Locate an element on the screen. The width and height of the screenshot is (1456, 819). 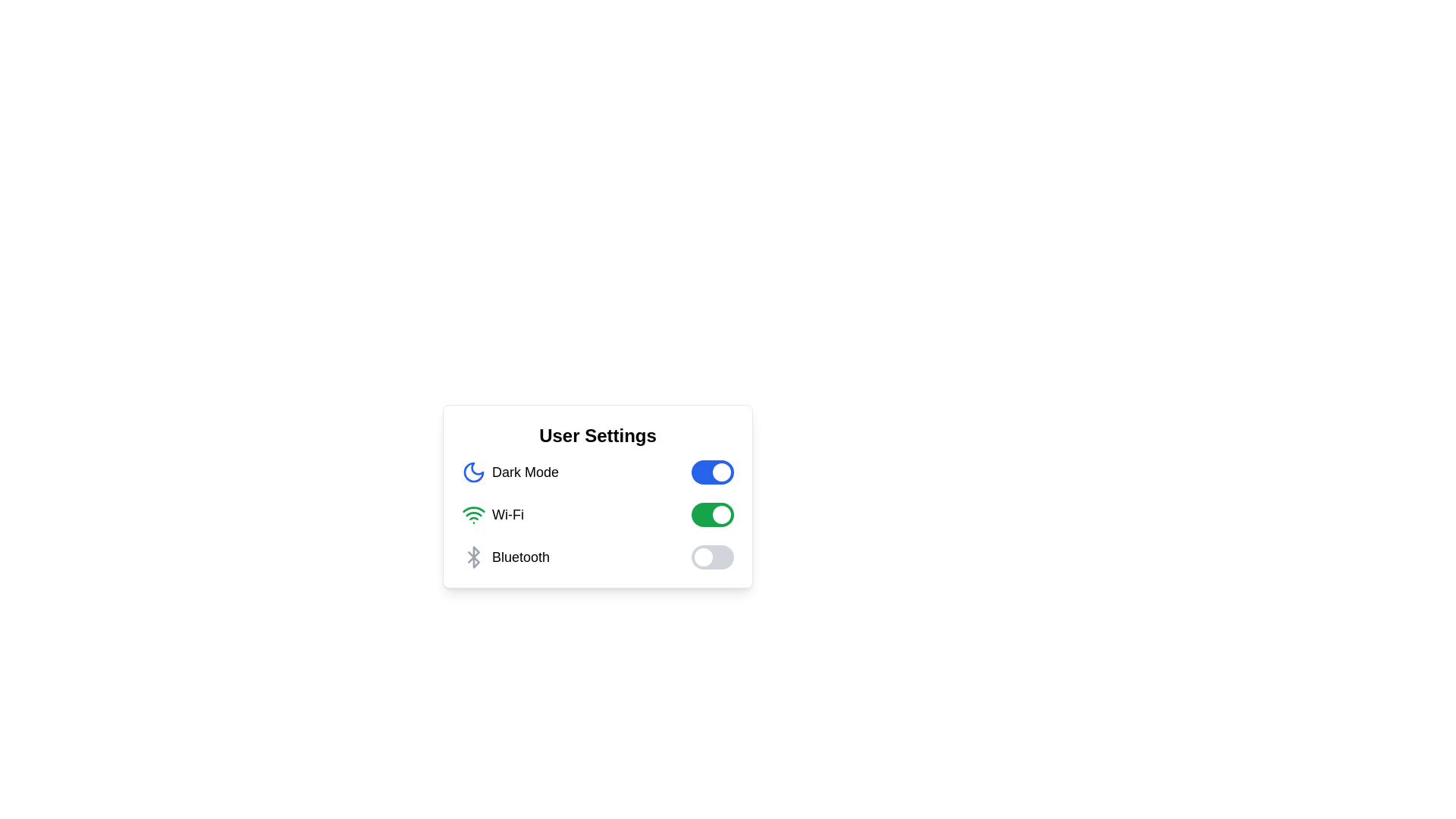
the movable toggle switch knob located in the third toggle switch of the 'User Settings' panel is located at coordinates (702, 557).